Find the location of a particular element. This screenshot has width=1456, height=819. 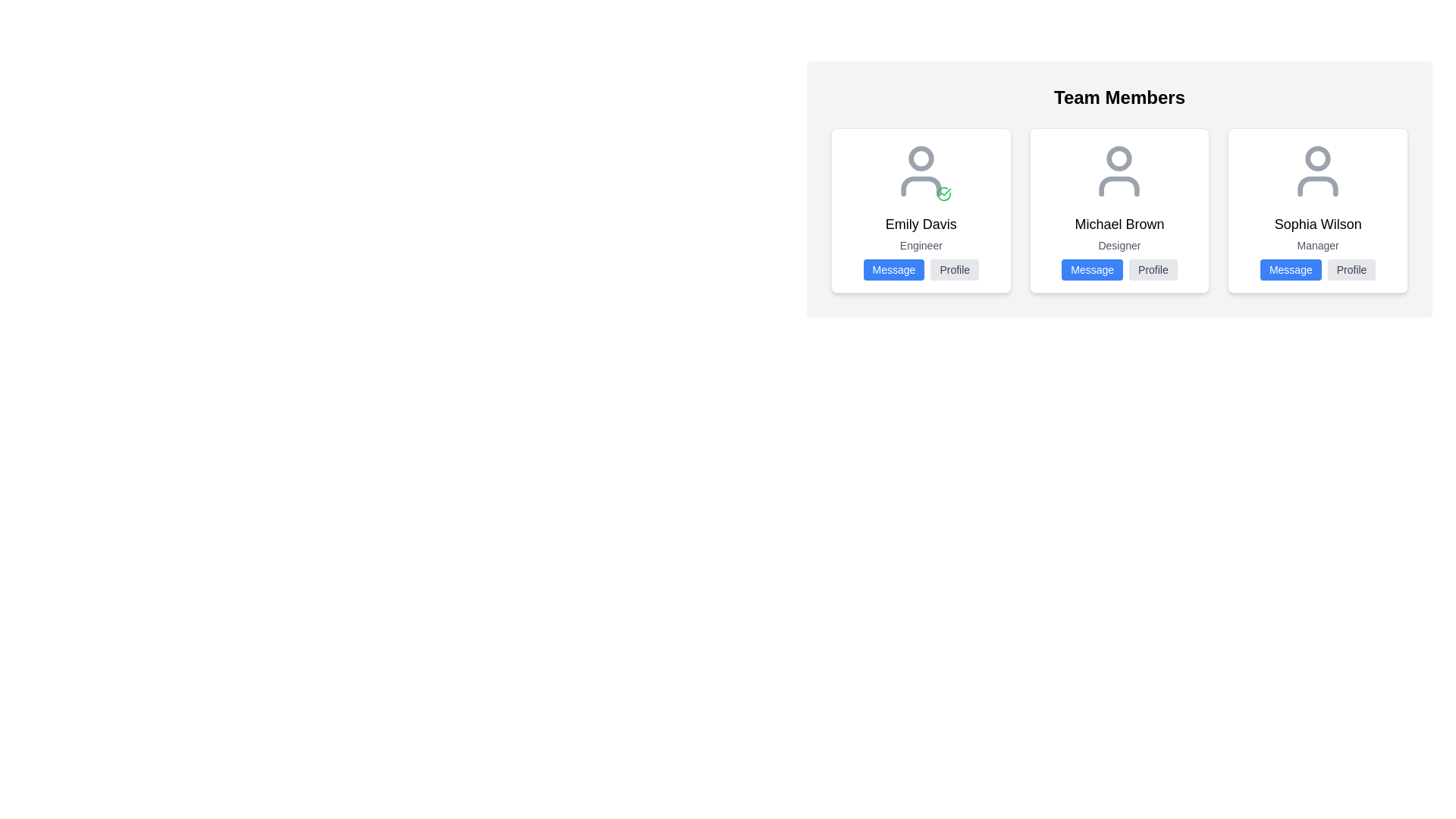

circular avatar icon representing user Michael Brown, located at the top-center of the card with a gray outline is located at coordinates (1119, 171).